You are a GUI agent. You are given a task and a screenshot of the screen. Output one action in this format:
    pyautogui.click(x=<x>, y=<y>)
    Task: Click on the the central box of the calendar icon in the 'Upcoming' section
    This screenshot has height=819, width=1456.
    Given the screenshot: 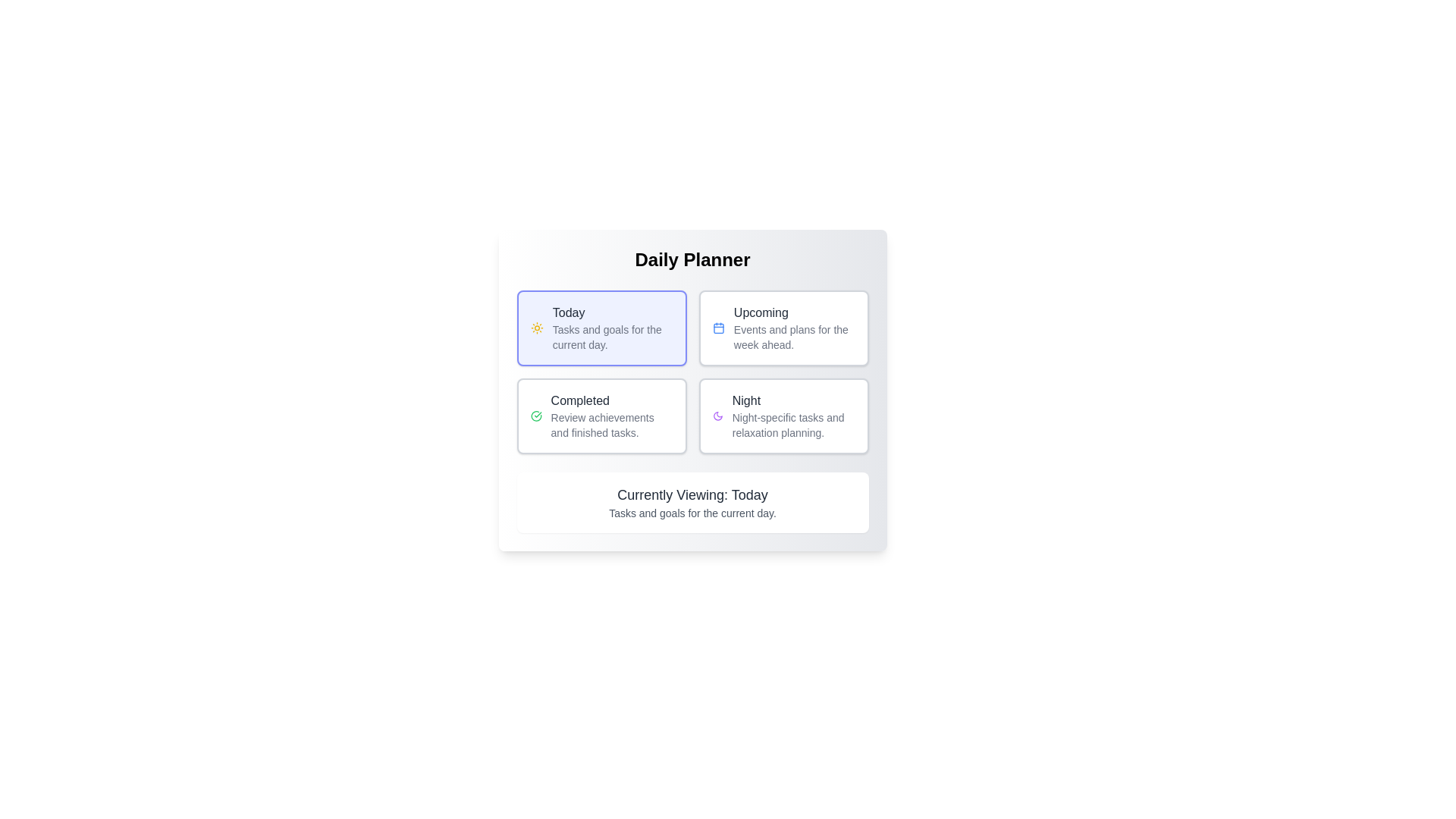 What is the action you would take?
    pyautogui.click(x=717, y=328)
    